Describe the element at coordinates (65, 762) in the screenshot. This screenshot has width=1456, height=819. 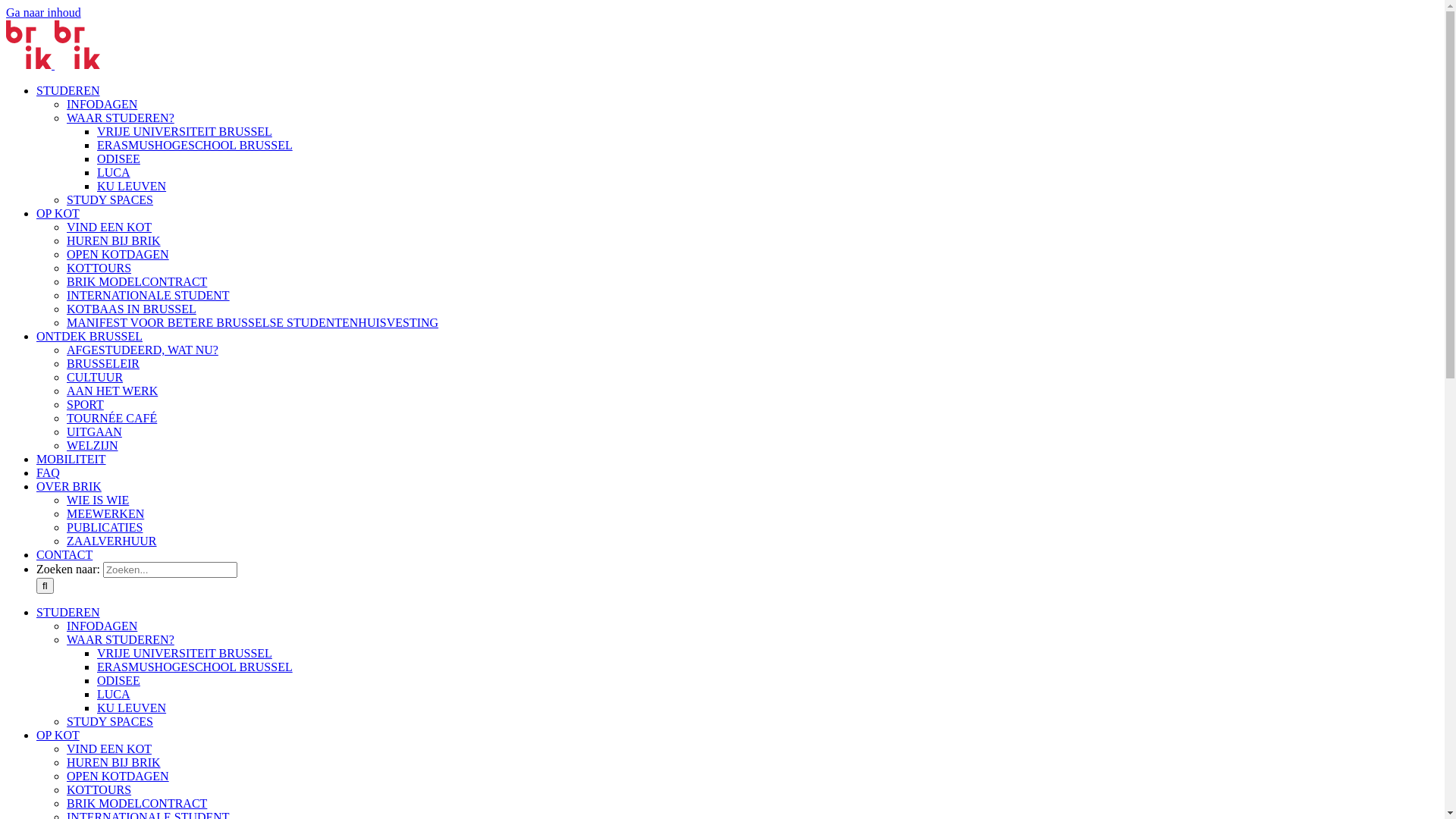
I see `'HUREN BIJ BRIK'` at that location.